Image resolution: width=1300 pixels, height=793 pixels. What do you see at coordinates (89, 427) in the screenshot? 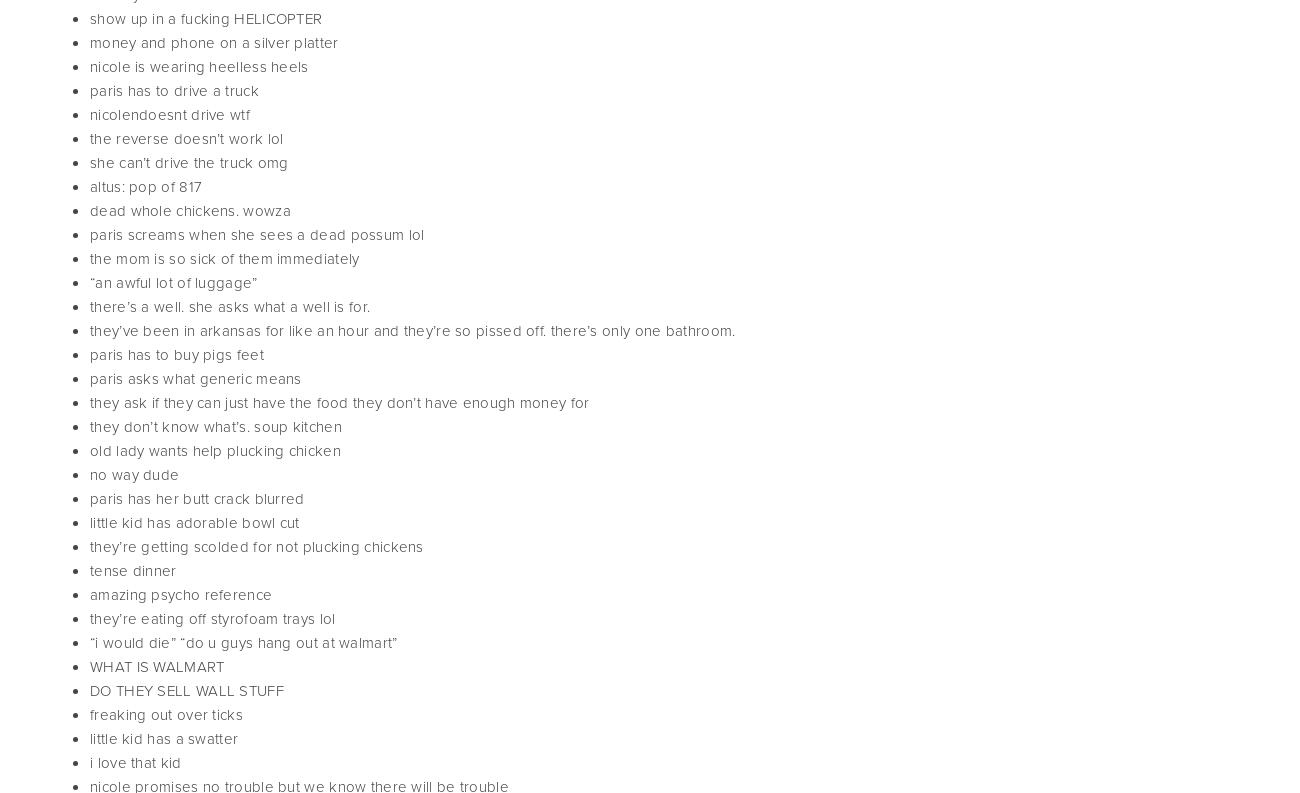
I see `'they don’t know what’s. soup kitchen'` at bounding box center [89, 427].